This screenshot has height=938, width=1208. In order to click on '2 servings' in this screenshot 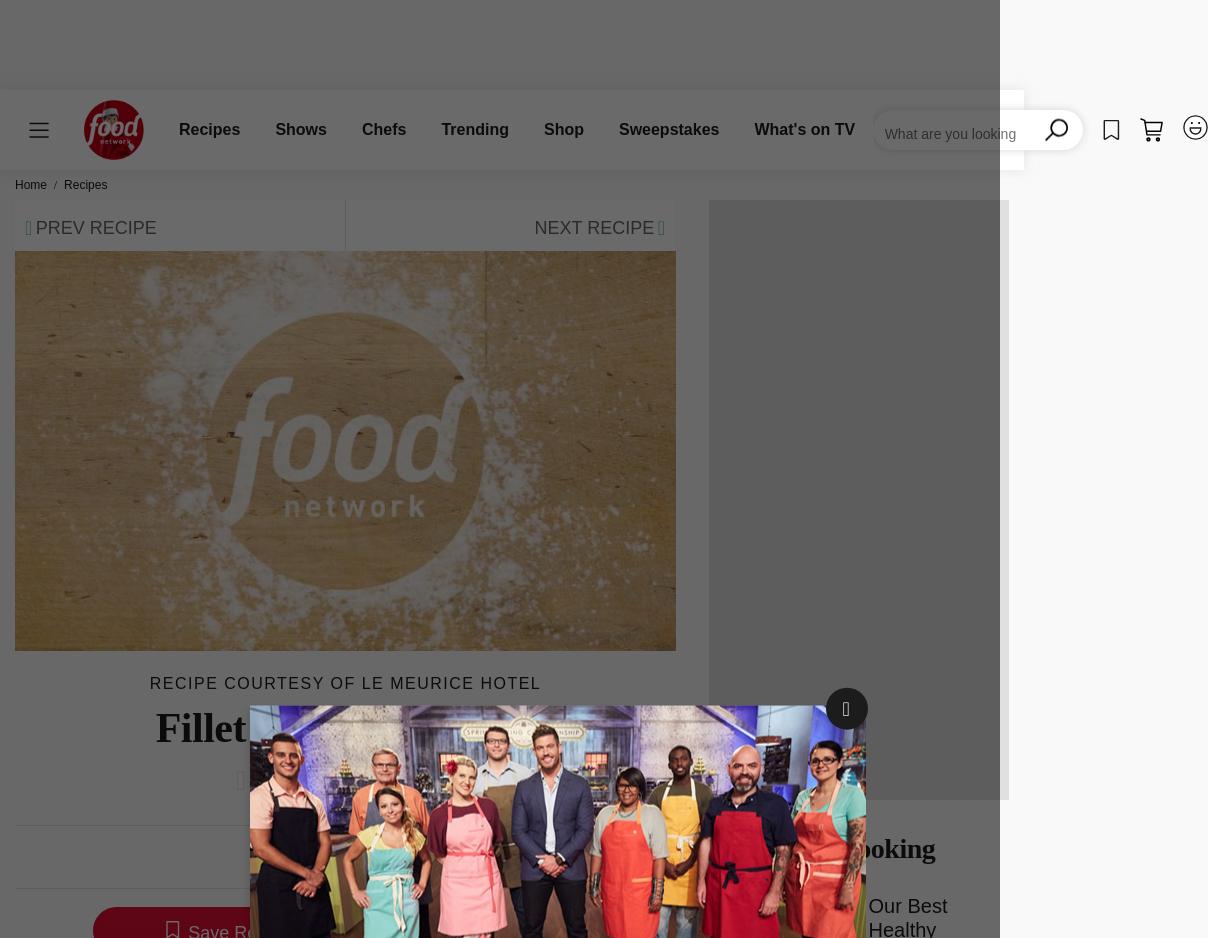, I will do `click(466, 858)`.